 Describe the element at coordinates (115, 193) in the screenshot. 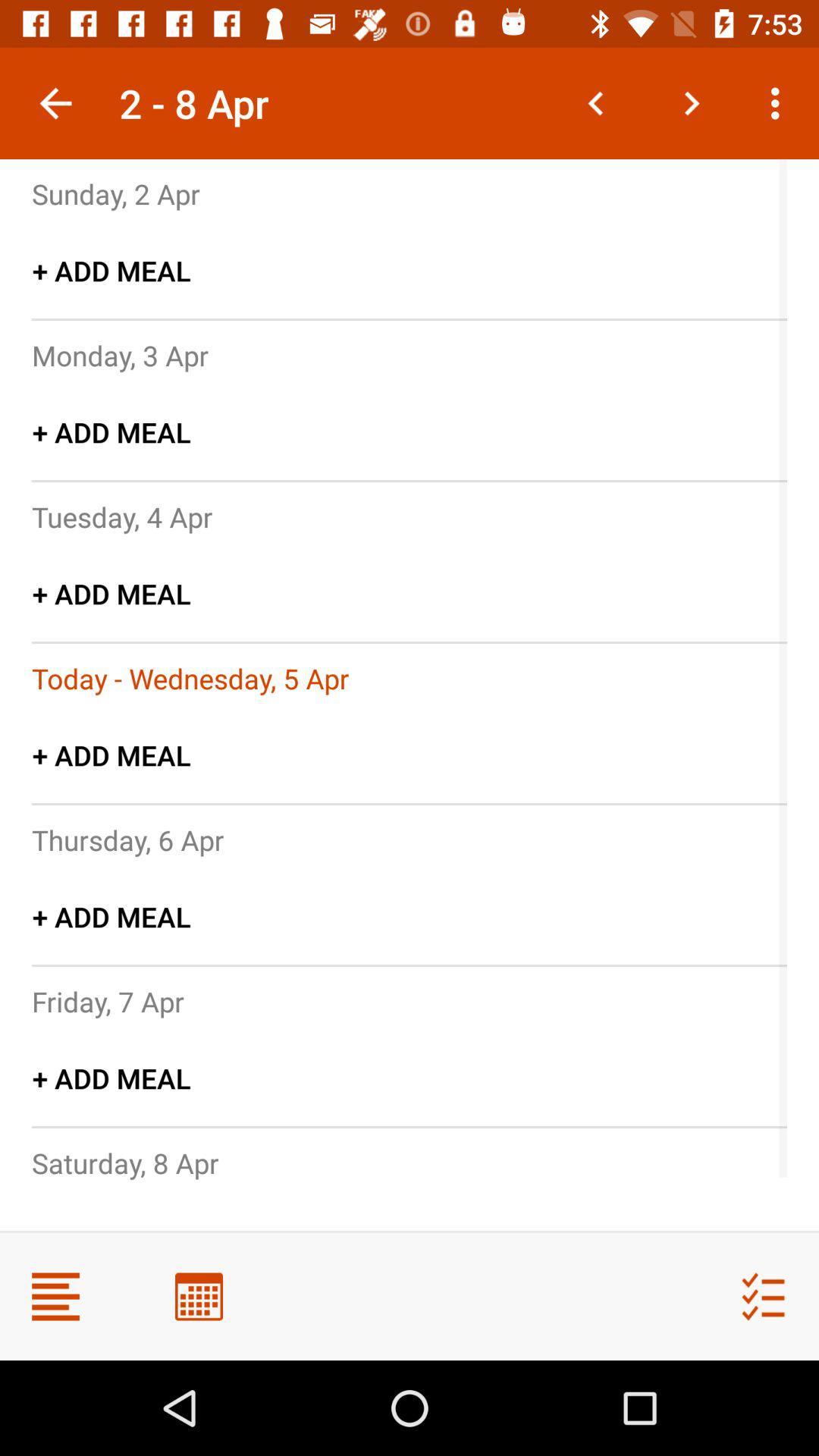

I see `item above + add meal` at that location.